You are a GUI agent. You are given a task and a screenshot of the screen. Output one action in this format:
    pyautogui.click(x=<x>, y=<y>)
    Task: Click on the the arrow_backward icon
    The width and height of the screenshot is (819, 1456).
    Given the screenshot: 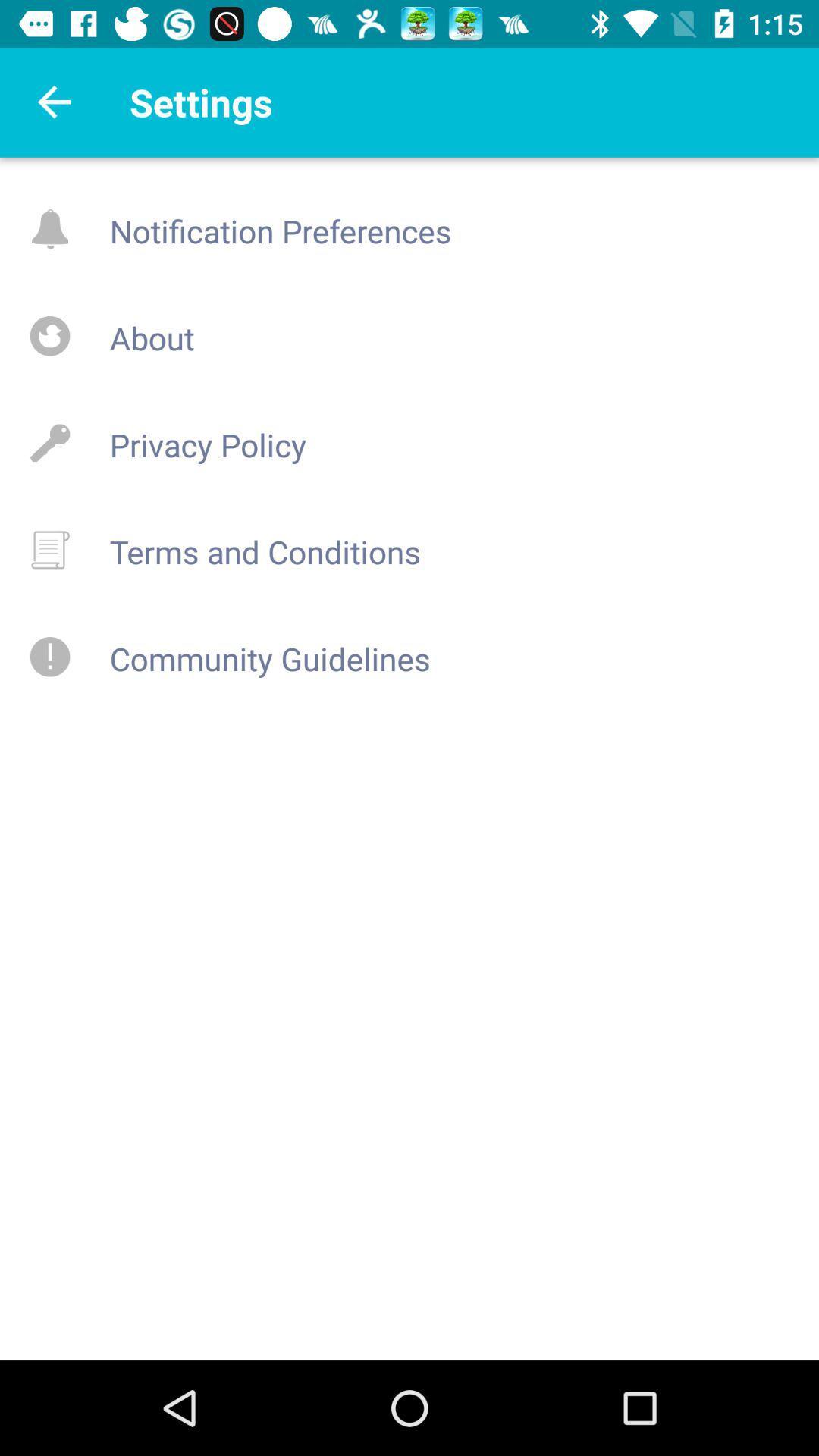 What is the action you would take?
    pyautogui.click(x=54, y=102)
    